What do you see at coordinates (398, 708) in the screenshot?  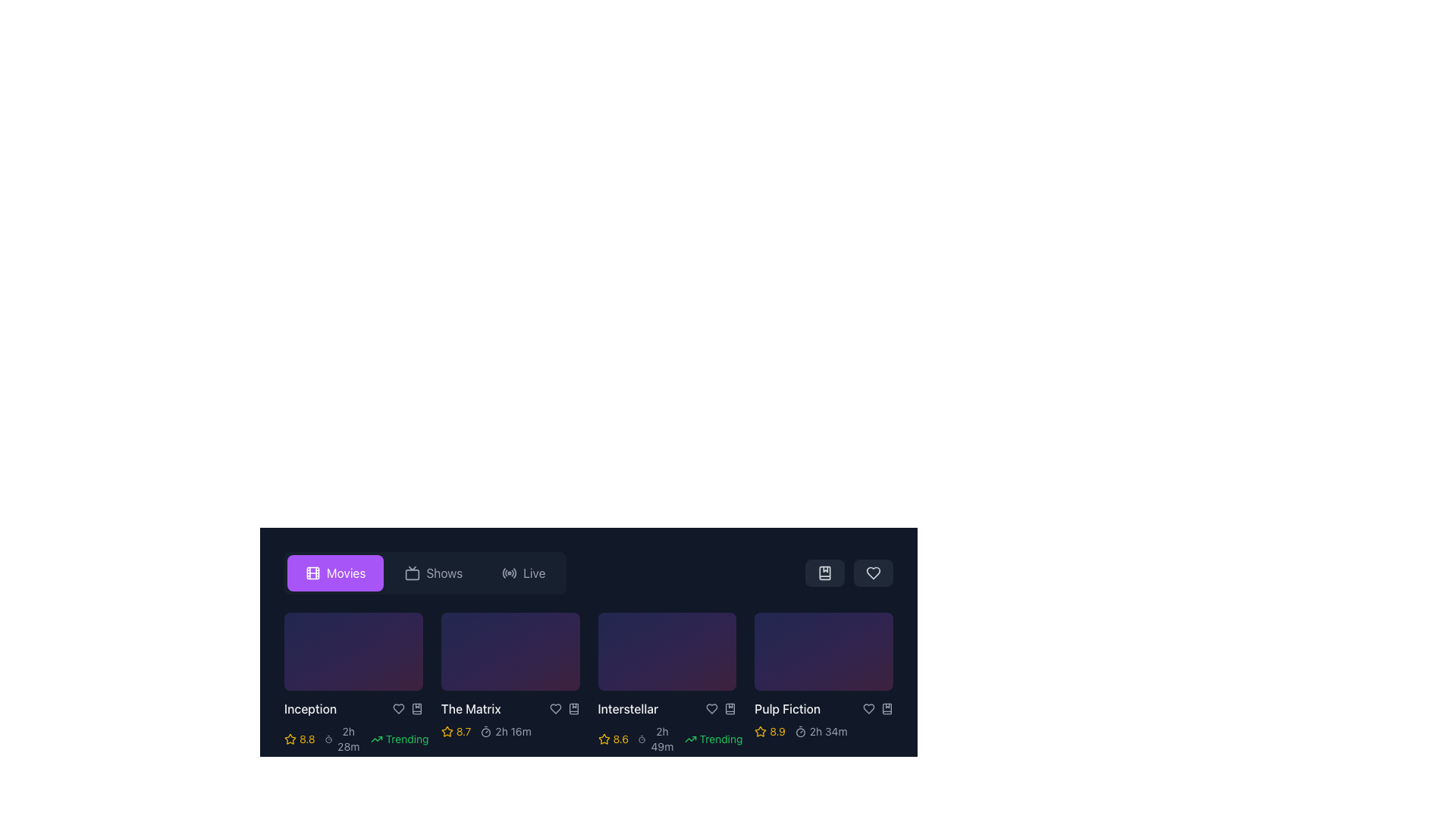 I see `the heart-shaped icon in the utility bar associated with the 'Inception' card to mark it as a favorite` at bounding box center [398, 708].